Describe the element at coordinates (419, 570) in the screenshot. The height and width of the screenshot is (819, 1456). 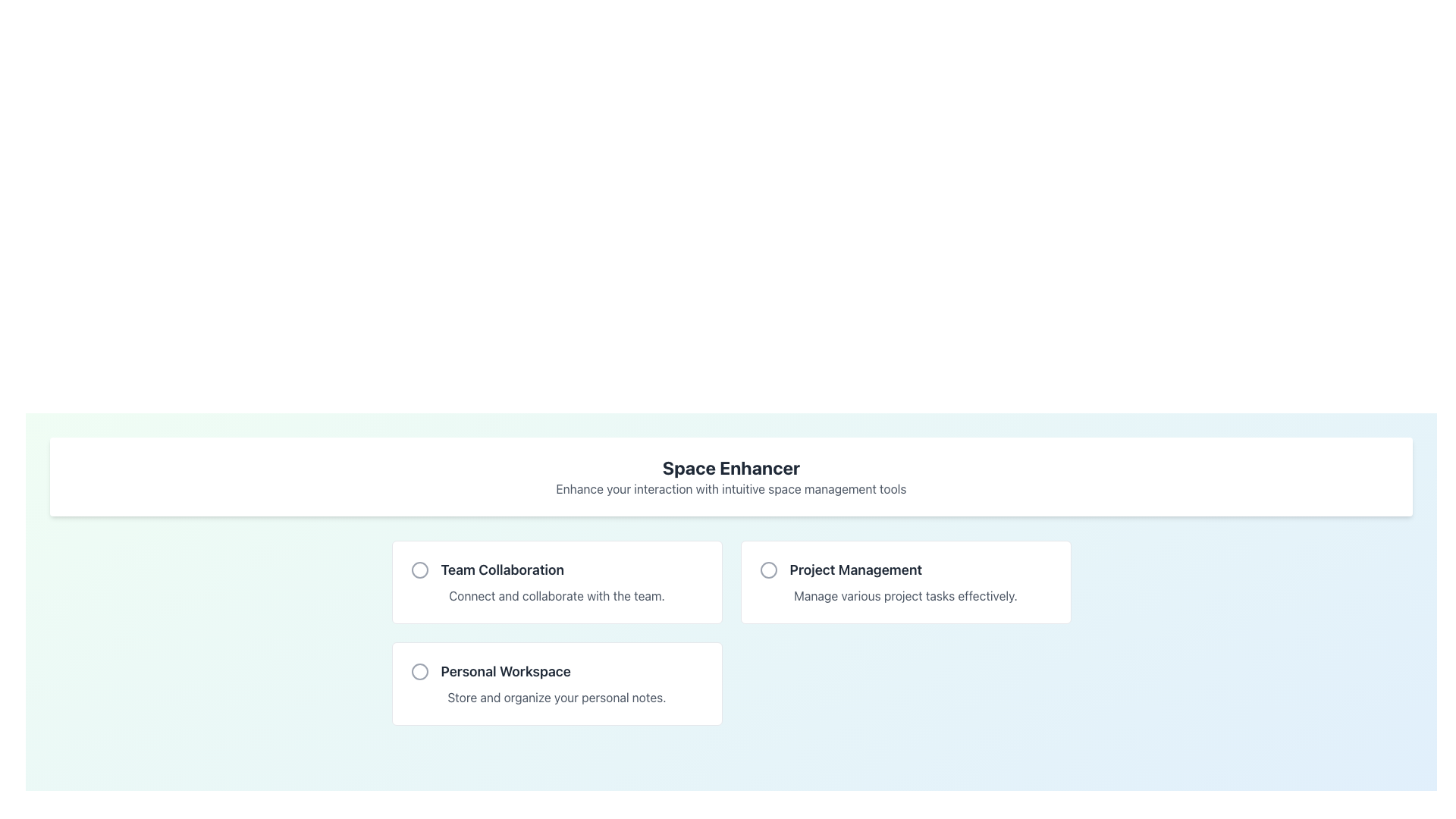
I see `the circular icon with a gray outline that appears before the text 'Team Collaboration'` at that location.